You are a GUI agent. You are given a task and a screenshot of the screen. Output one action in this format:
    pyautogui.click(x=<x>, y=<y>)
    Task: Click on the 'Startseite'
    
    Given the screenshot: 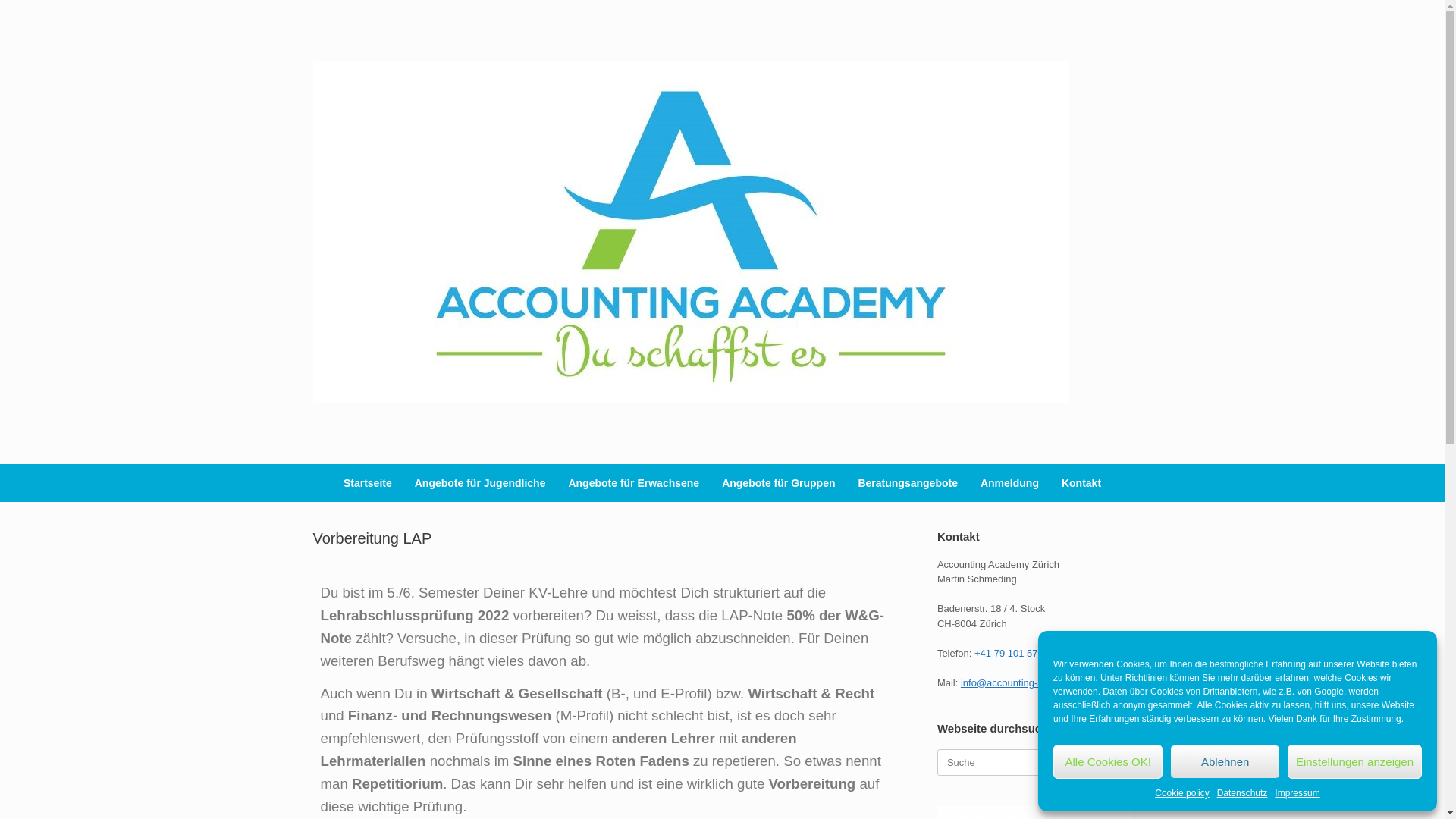 What is the action you would take?
    pyautogui.click(x=367, y=482)
    